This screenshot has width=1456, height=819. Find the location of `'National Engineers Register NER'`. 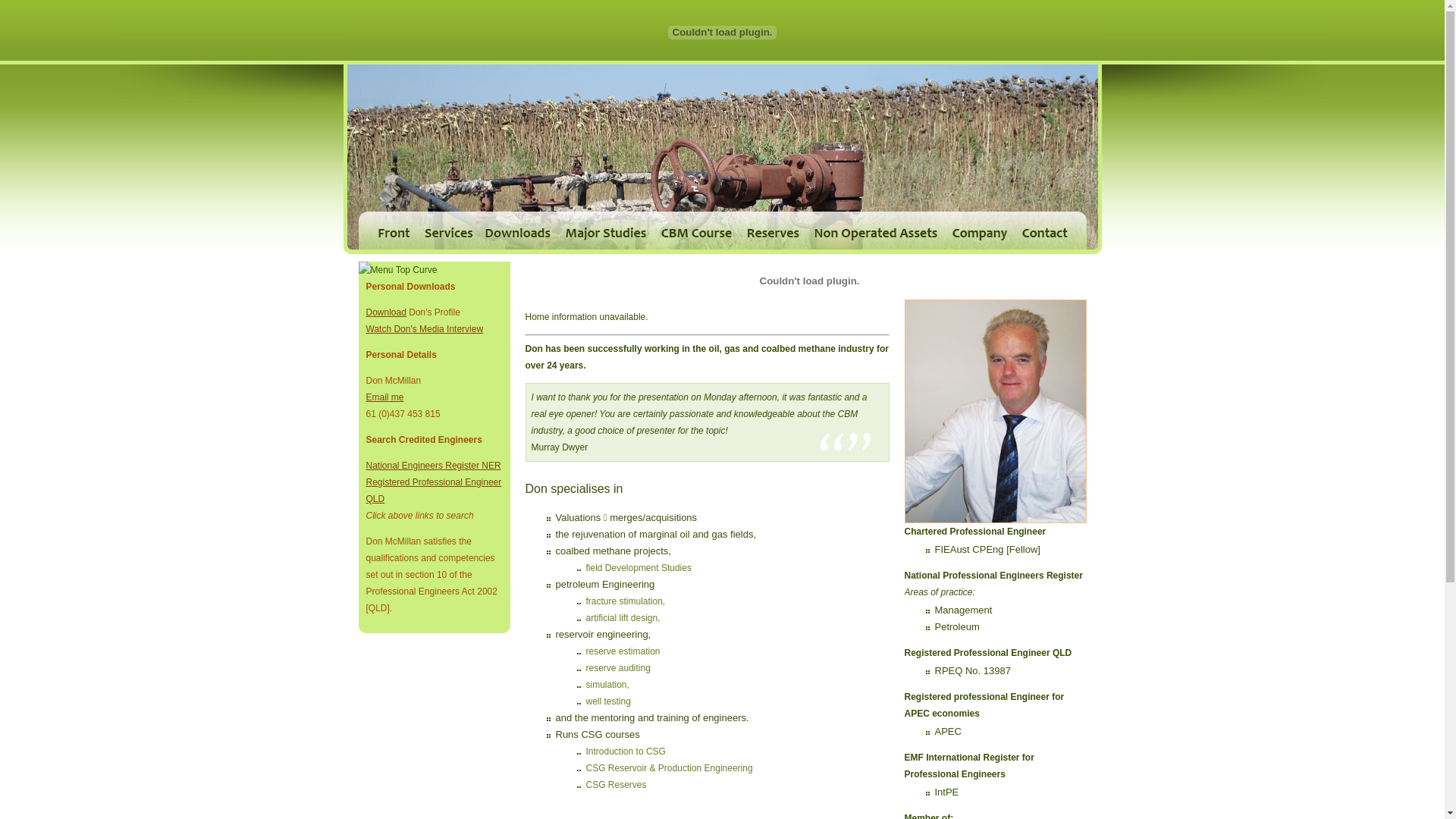

'National Engineers Register NER' is located at coordinates (365, 464).